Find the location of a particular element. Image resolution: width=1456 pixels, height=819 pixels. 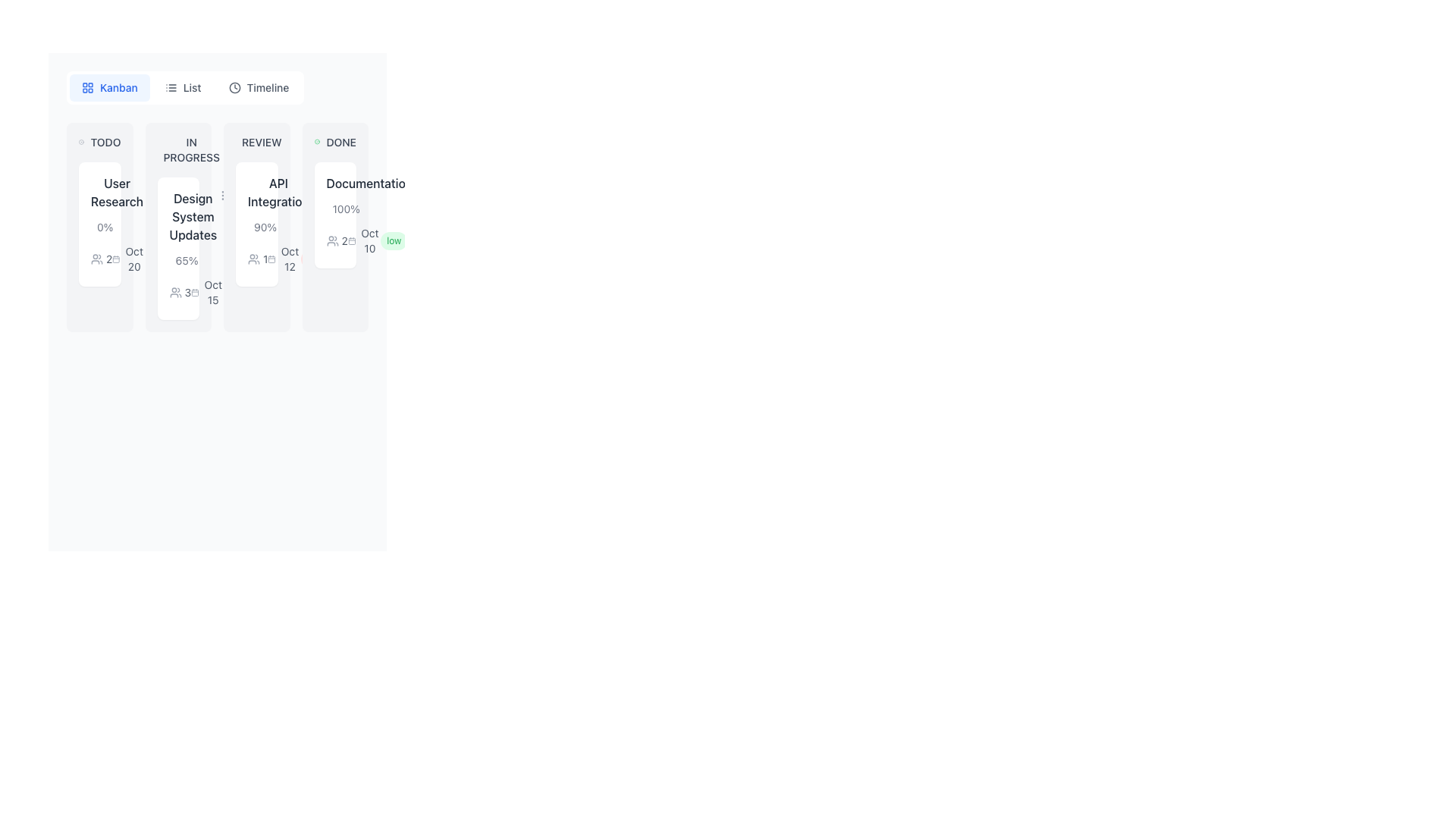

the text block displaying 'User Research' in the TODO column of the Kanban board is located at coordinates (99, 192).